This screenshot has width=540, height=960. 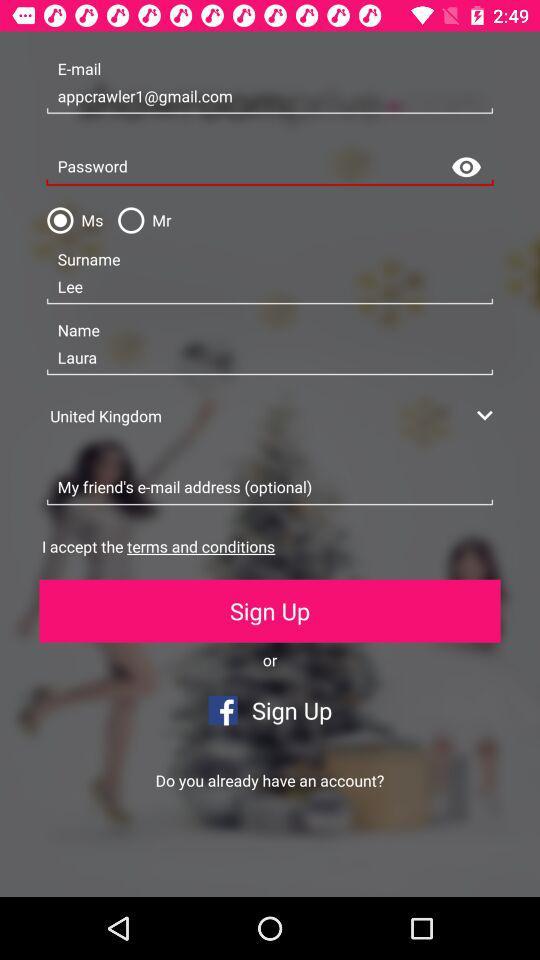 What do you see at coordinates (157, 546) in the screenshot?
I see `the i accept the icon` at bounding box center [157, 546].